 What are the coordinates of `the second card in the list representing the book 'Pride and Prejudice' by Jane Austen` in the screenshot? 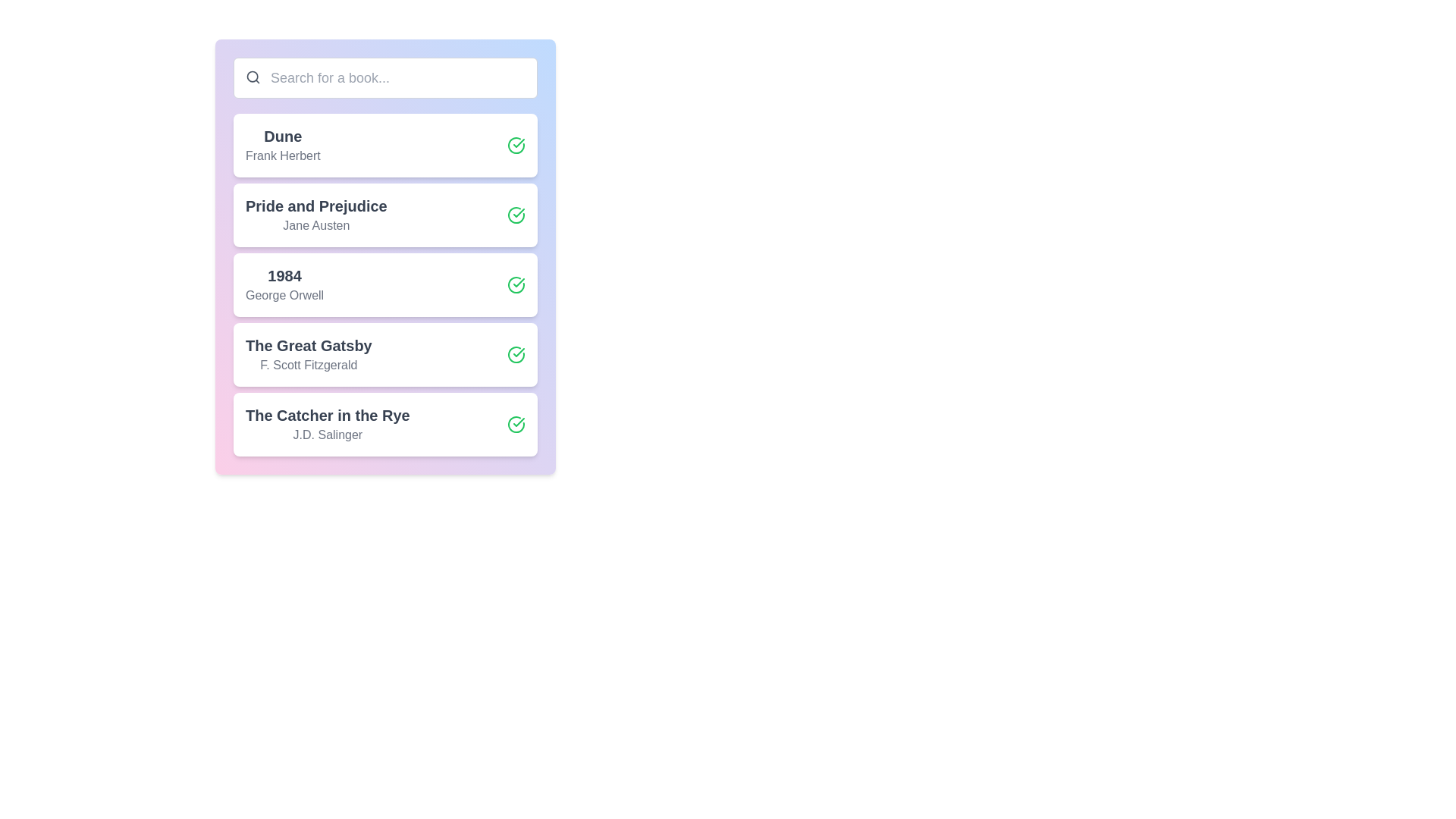 It's located at (385, 215).